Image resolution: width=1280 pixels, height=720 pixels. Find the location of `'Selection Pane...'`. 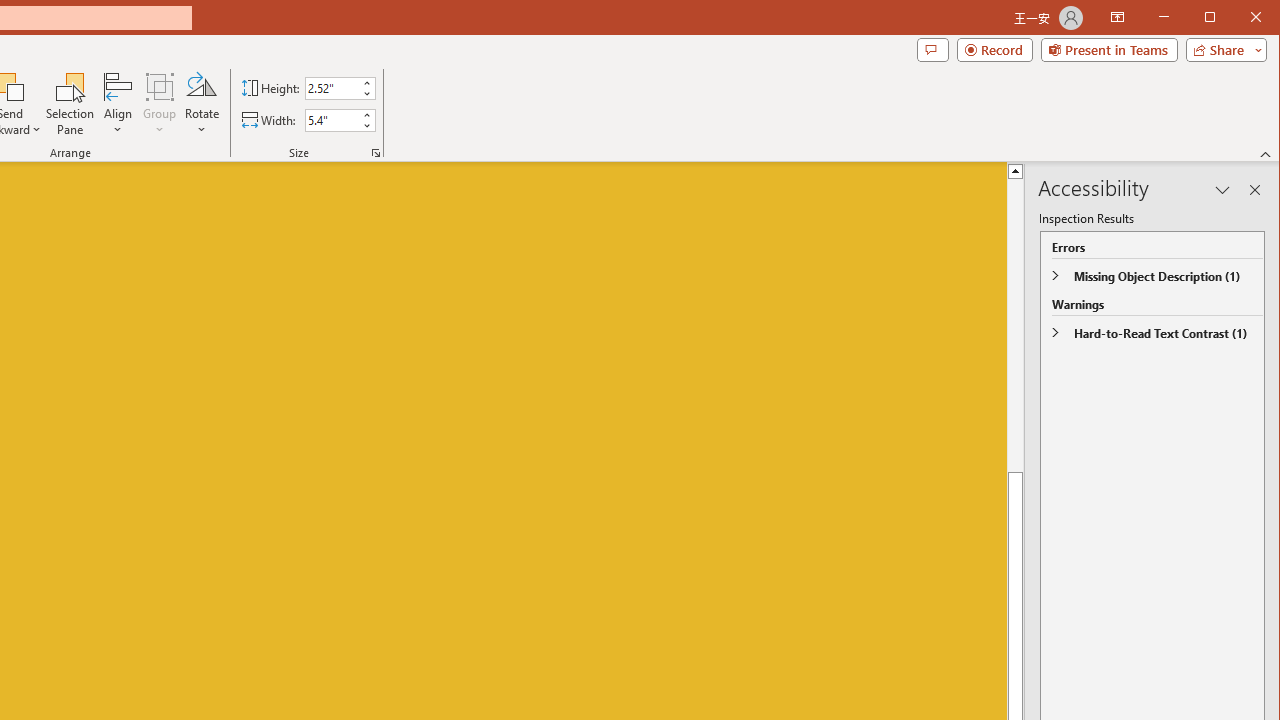

'Selection Pane...' is located at coordinates (70, 104).